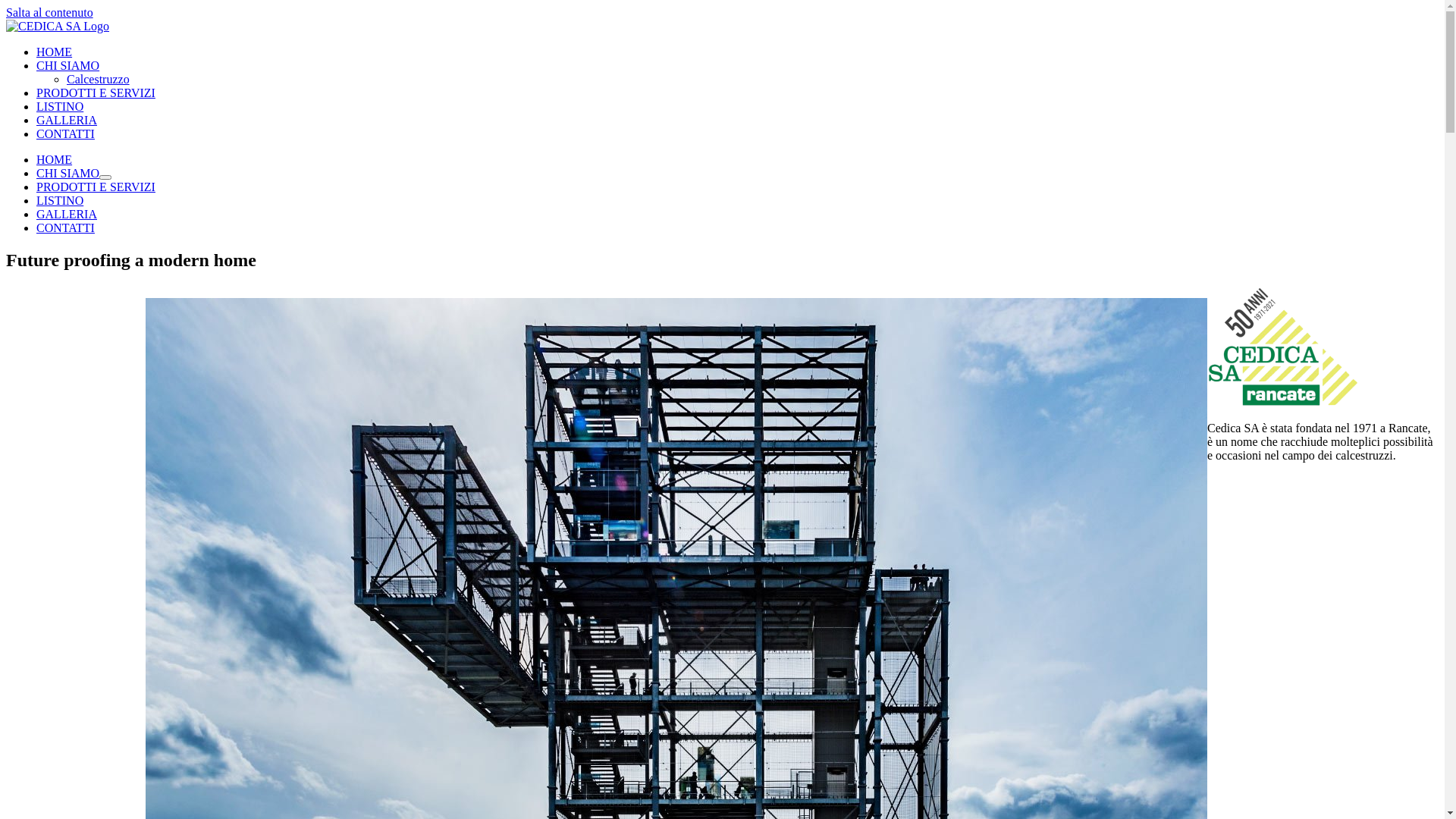 This screenshot has width=1456, height=819. Describe the element at coordinates (59, 105) in the screenshot. I see `'LISTINO'` at that location.